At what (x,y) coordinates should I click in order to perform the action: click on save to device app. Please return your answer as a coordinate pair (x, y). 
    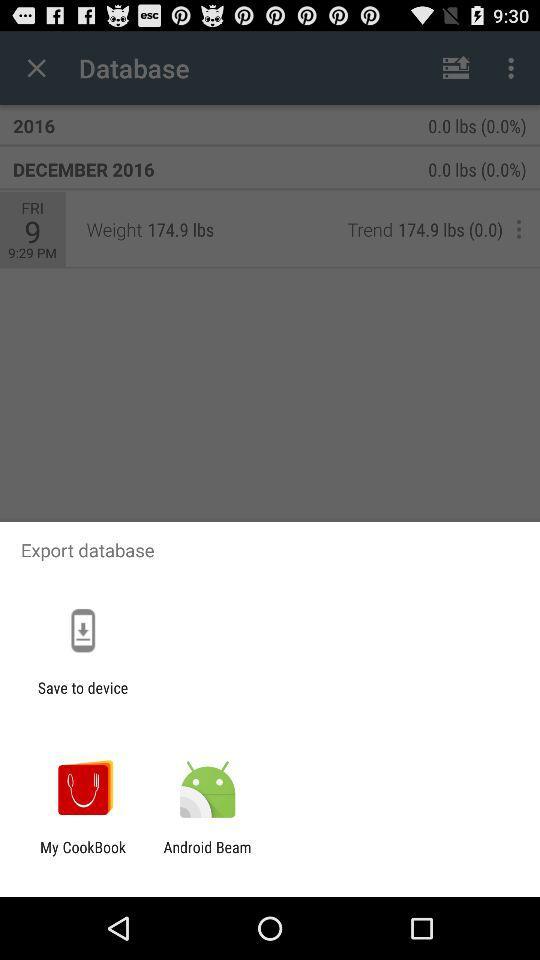
    Looking at the image, I should click on (82, 696).